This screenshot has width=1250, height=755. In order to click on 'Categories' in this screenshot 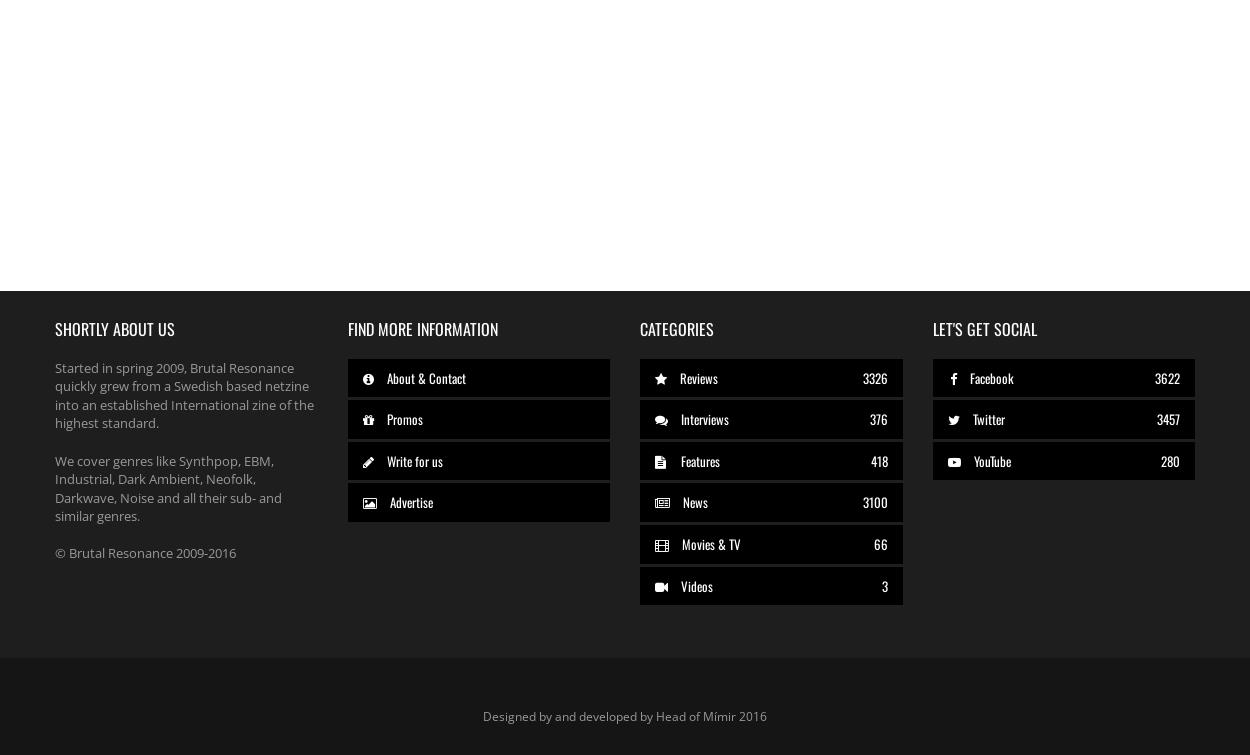, I will do `click(677, 329)`.